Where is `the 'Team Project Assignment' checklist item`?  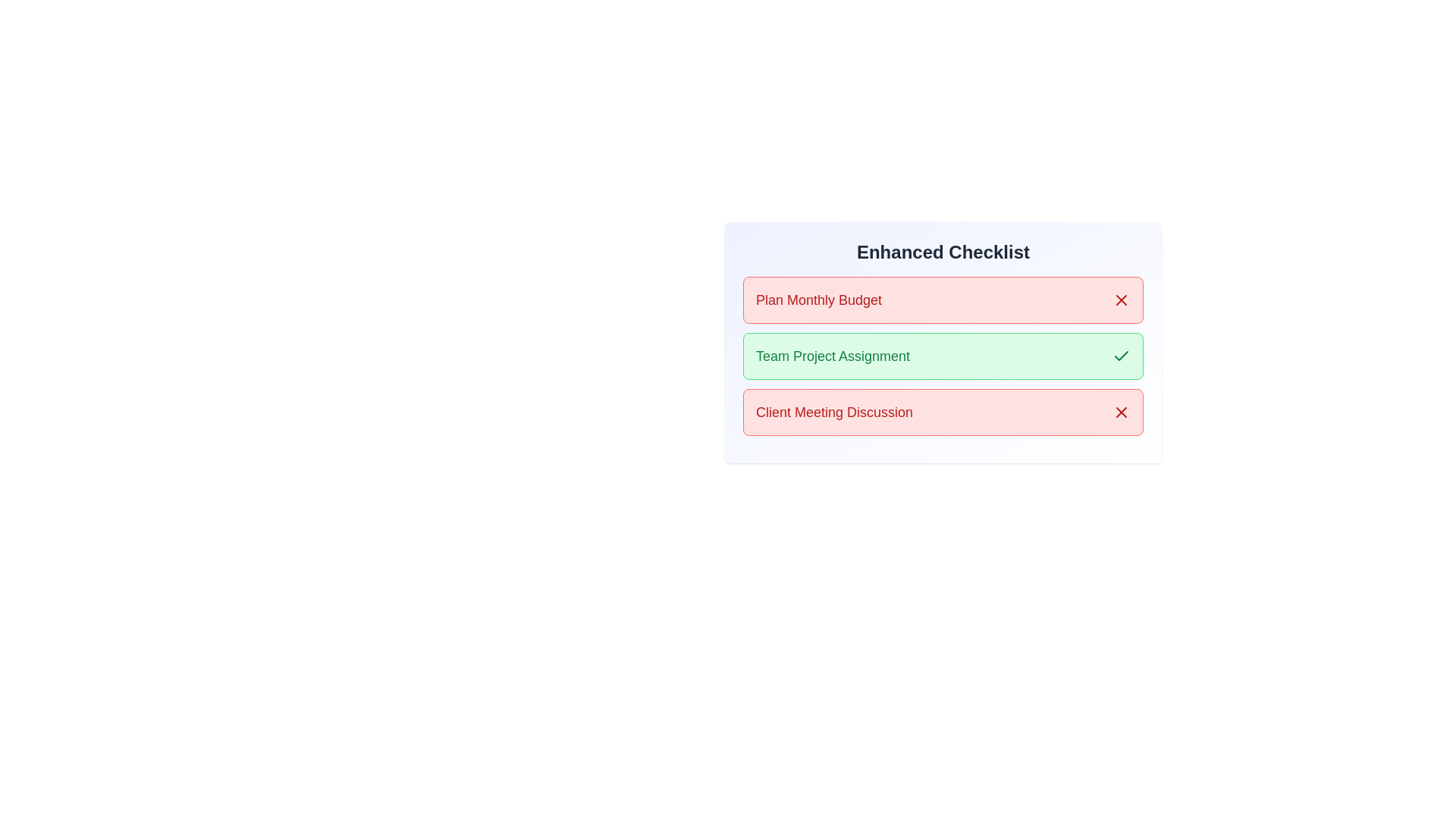 the 'Team Project Assignment' checklist item is located at coordinates (942, 342).